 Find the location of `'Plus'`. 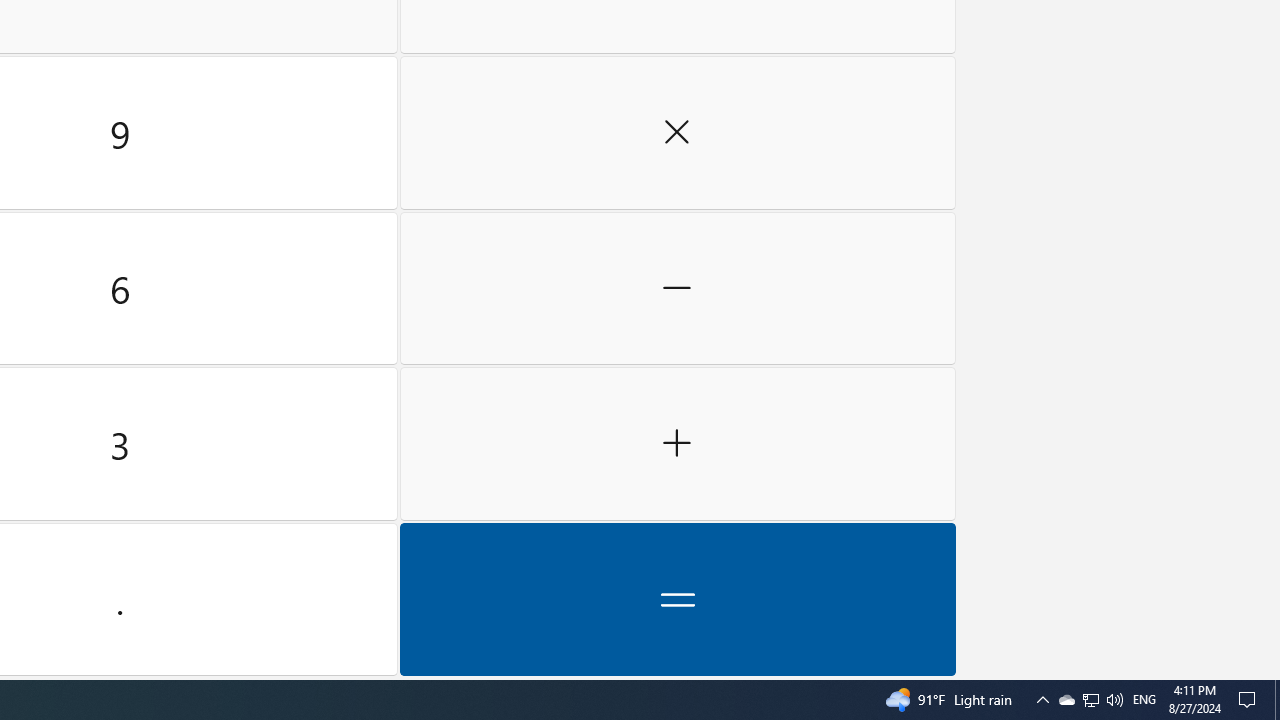

'Plus' is located at coordinates (677, 443).